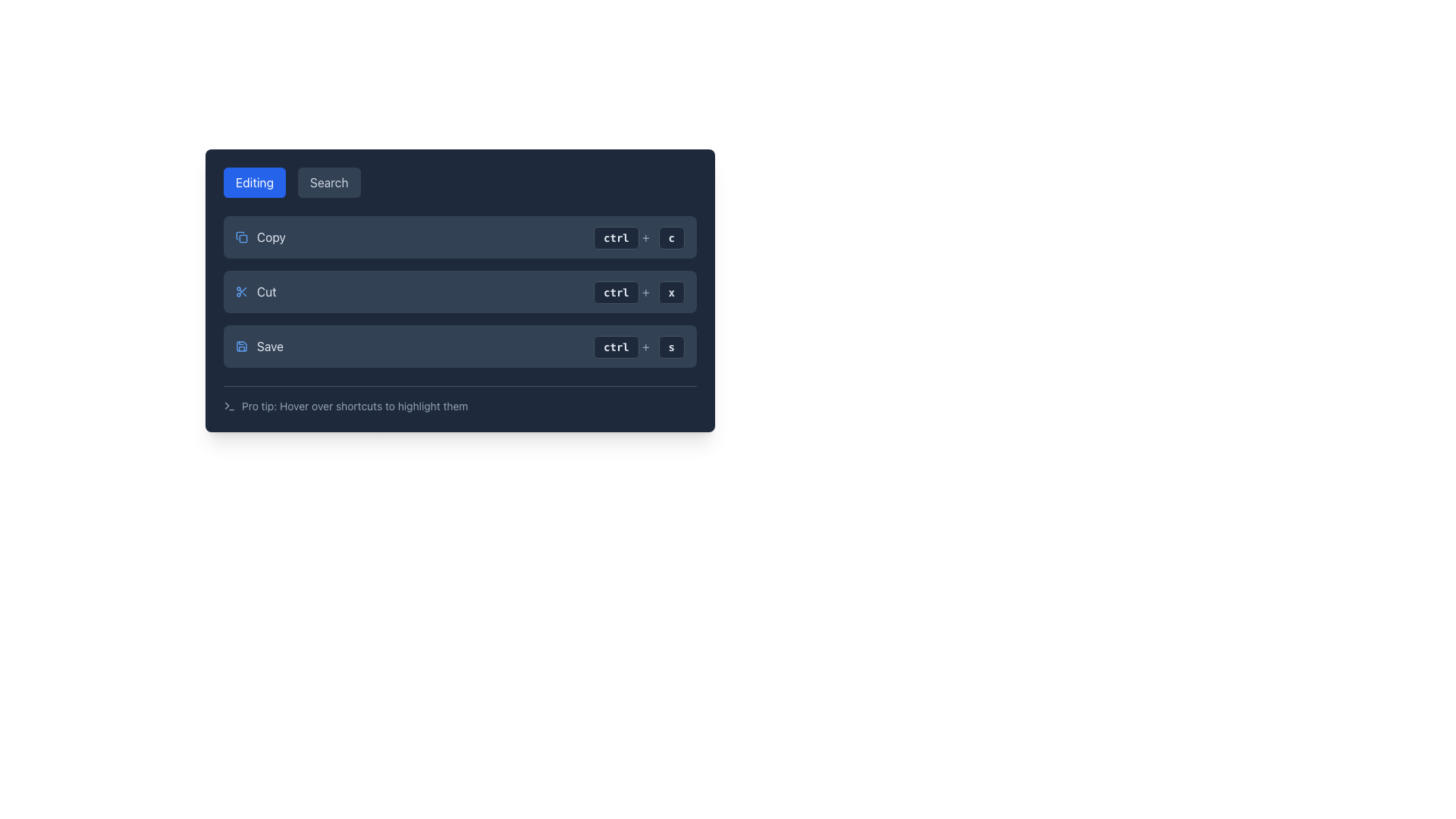  What do you see at coordinates (266, 292) in the screenshot?
I see `the 'Cut' text label within the button, which is styled with a light slate color and located between the 'Copy' and 'Save' options in a vertical list` at bounding box center [266, 292].